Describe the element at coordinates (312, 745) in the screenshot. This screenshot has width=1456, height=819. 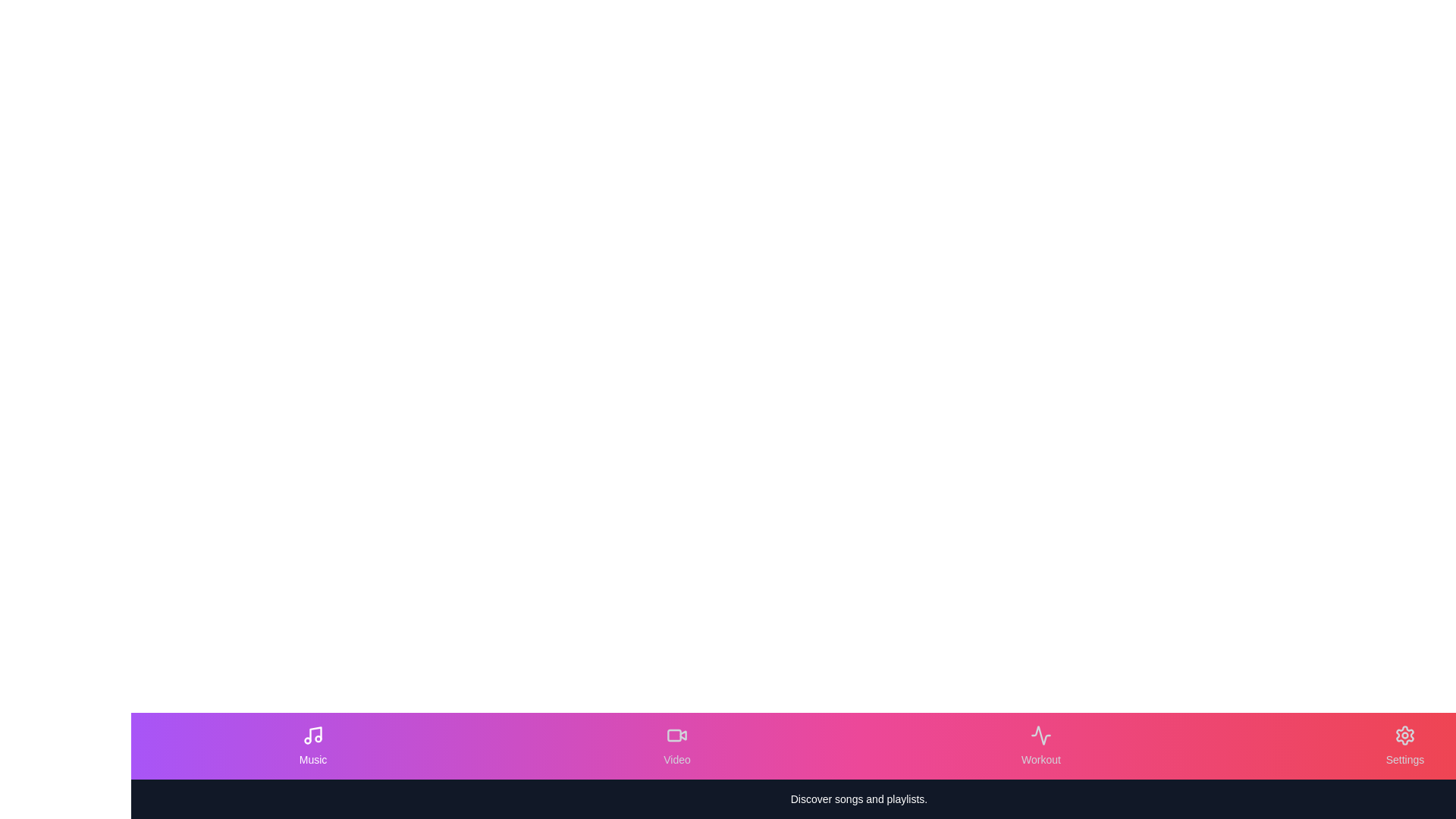
I see `the Music tab in the EnhancedBottomNavigation component` at that location.